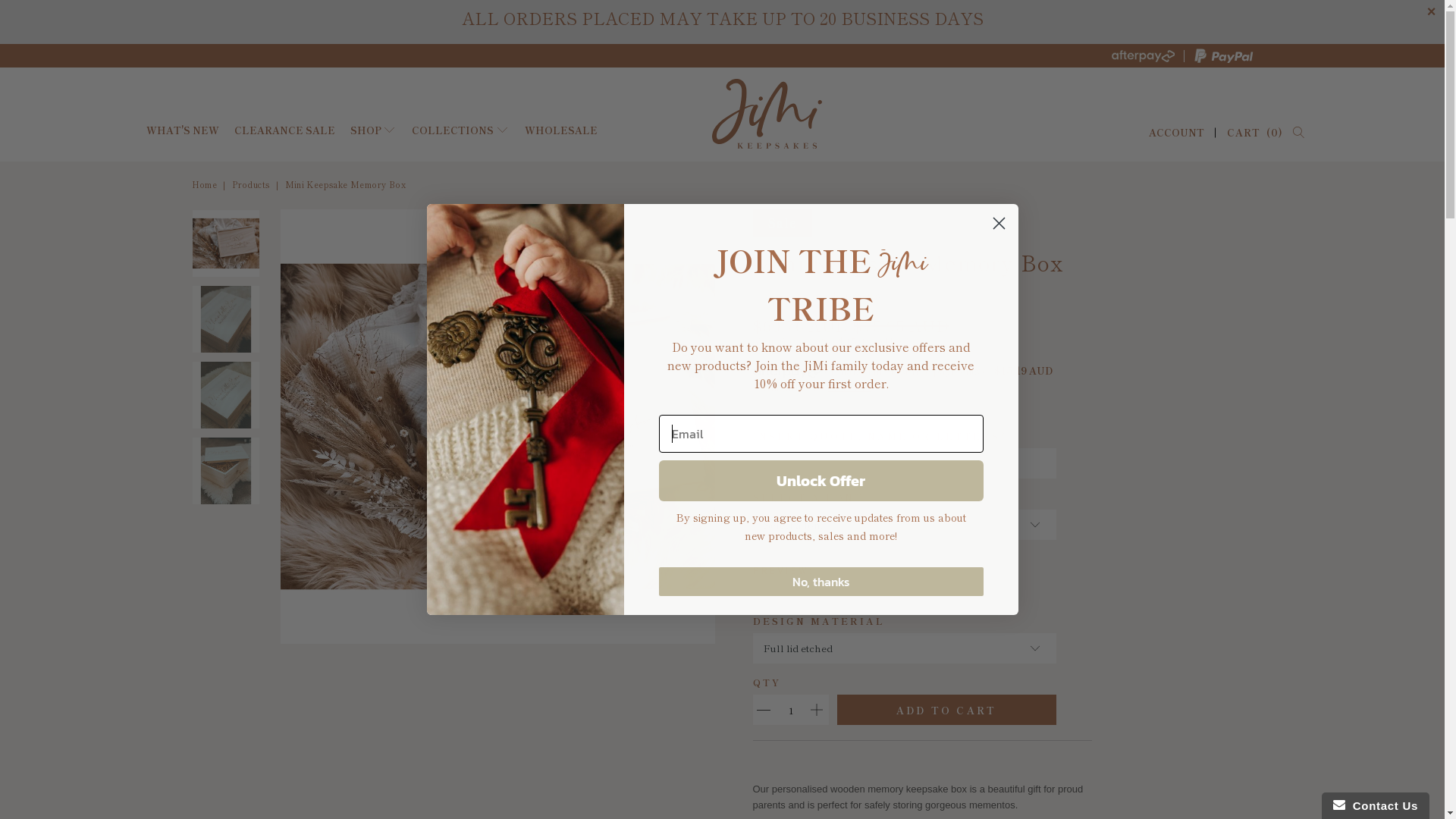  What do you see at coordinates (182, 130) in the screenshot?
I see `'WHAT'S NEW'` at bounding box center [182, 130].